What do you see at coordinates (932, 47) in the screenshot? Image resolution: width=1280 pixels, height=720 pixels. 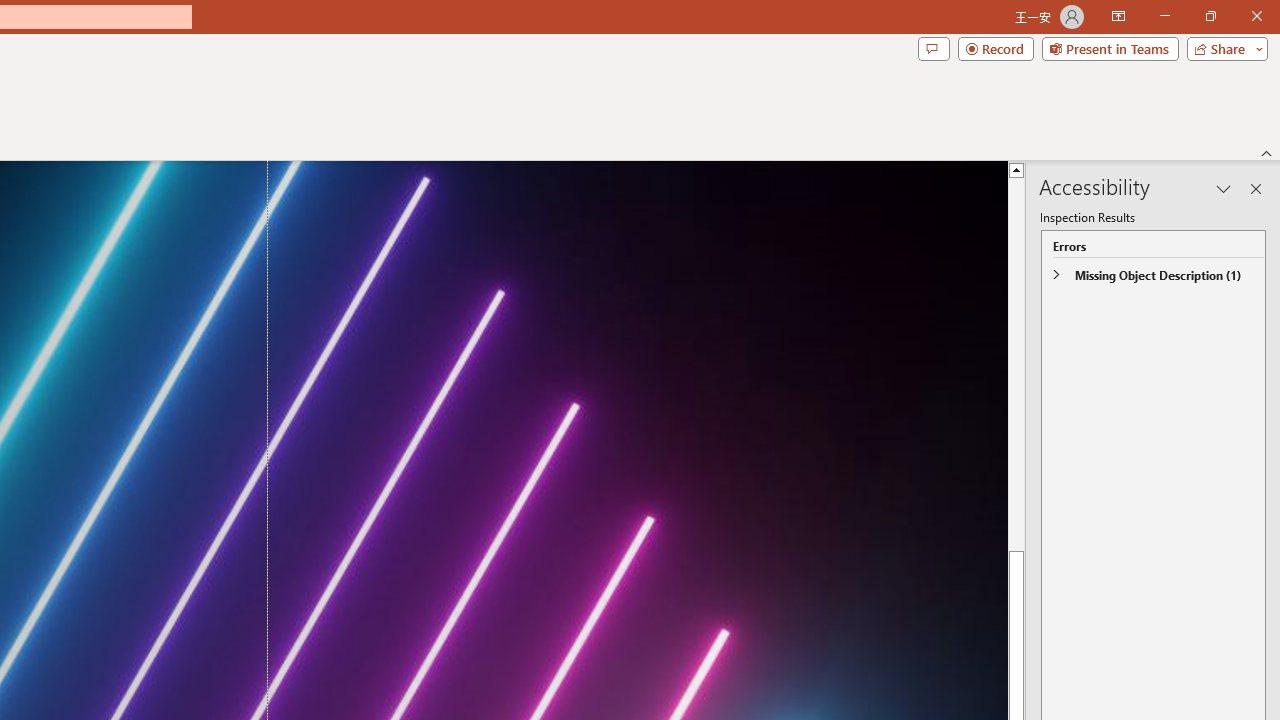 I see `'Comments'` at bounding box center [932, 47].